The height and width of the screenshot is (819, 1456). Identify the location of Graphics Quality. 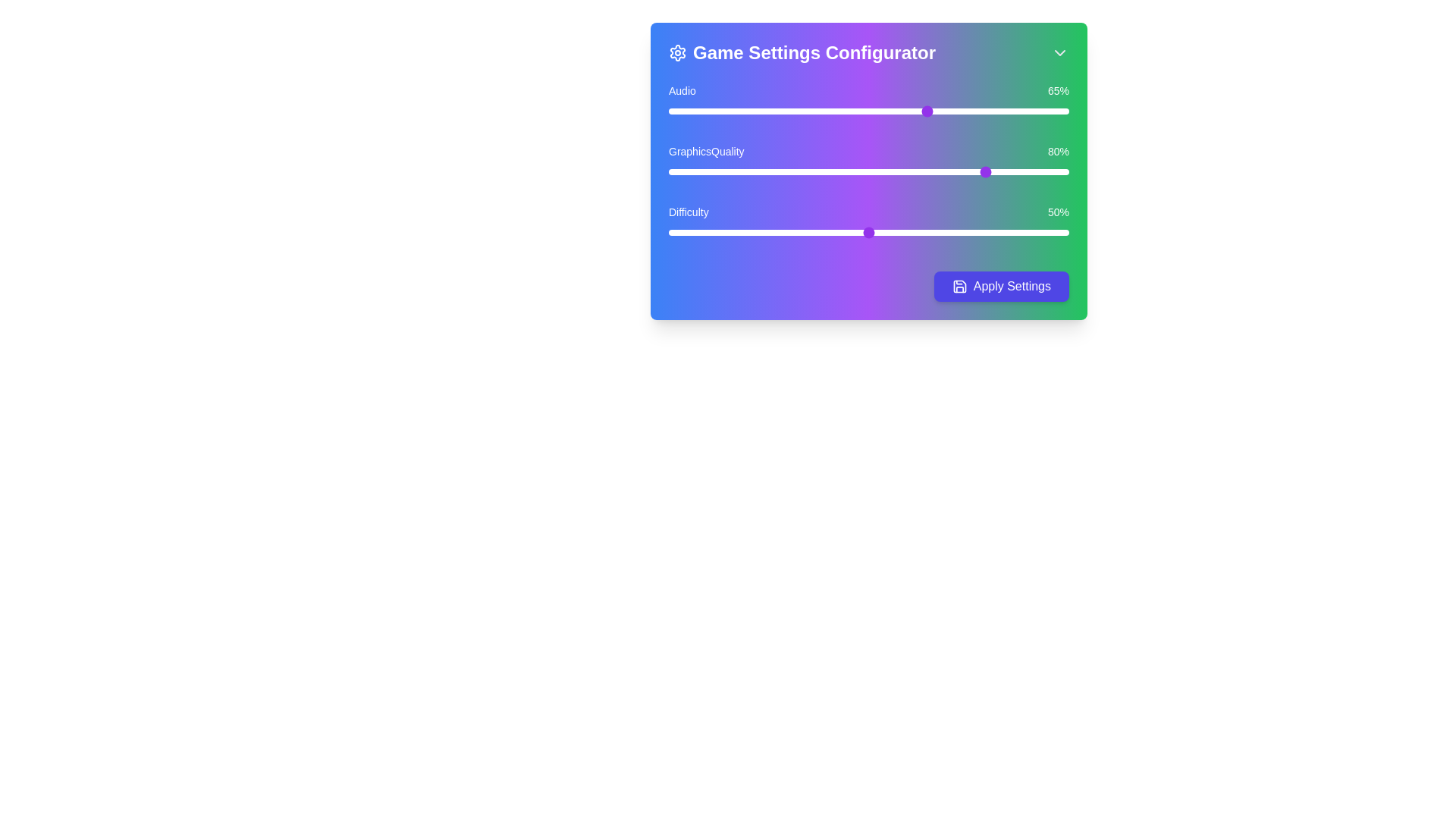
(932, 171).